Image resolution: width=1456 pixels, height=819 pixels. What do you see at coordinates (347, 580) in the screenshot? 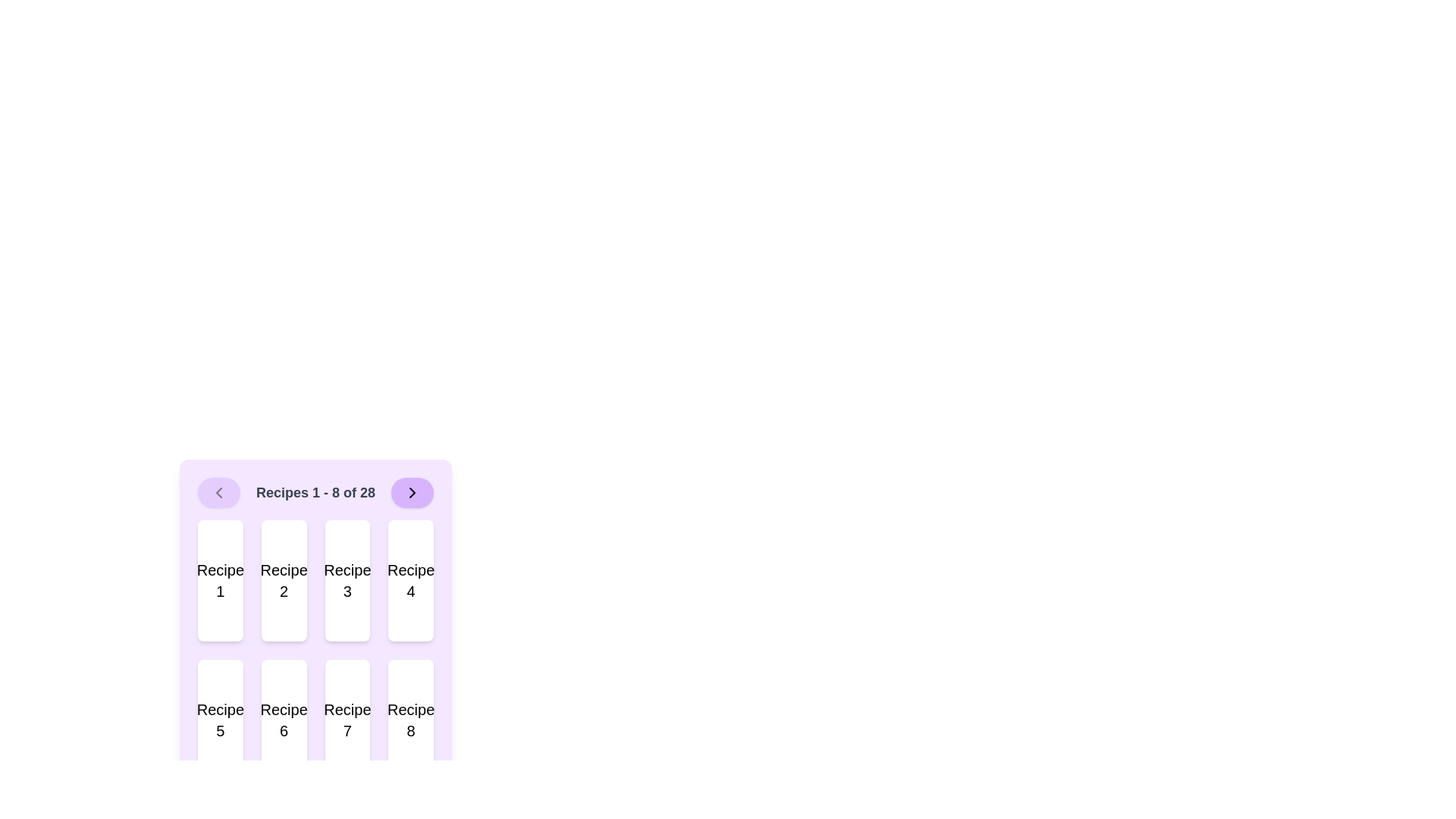
I see `the third card in the first row that contains the title 'Recipe 3', which is positioned in the upper-right section of the grid` at bounding box center [347, 580].